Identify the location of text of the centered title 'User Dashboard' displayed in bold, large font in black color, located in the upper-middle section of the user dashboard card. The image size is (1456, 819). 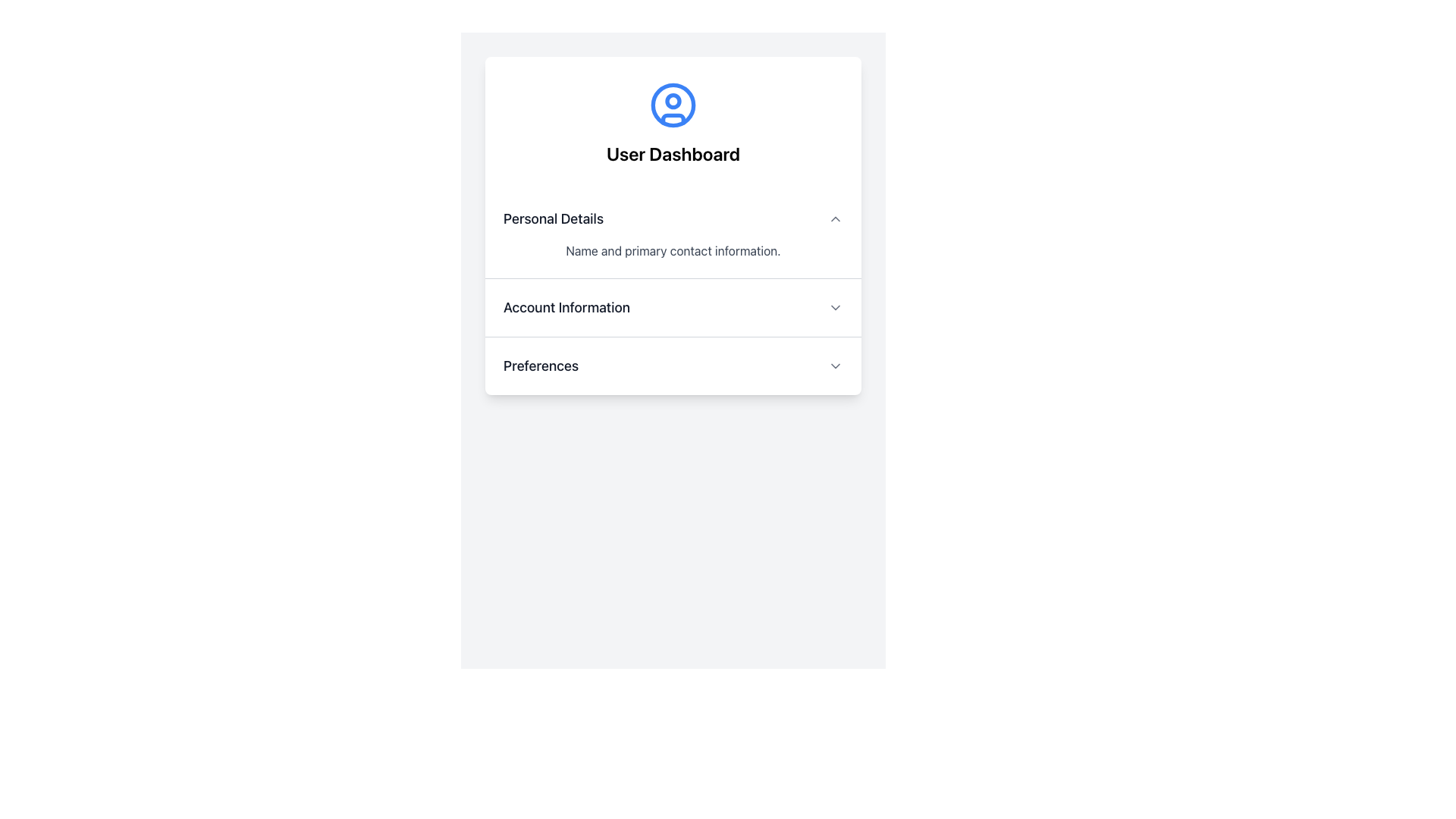
(673, 154).